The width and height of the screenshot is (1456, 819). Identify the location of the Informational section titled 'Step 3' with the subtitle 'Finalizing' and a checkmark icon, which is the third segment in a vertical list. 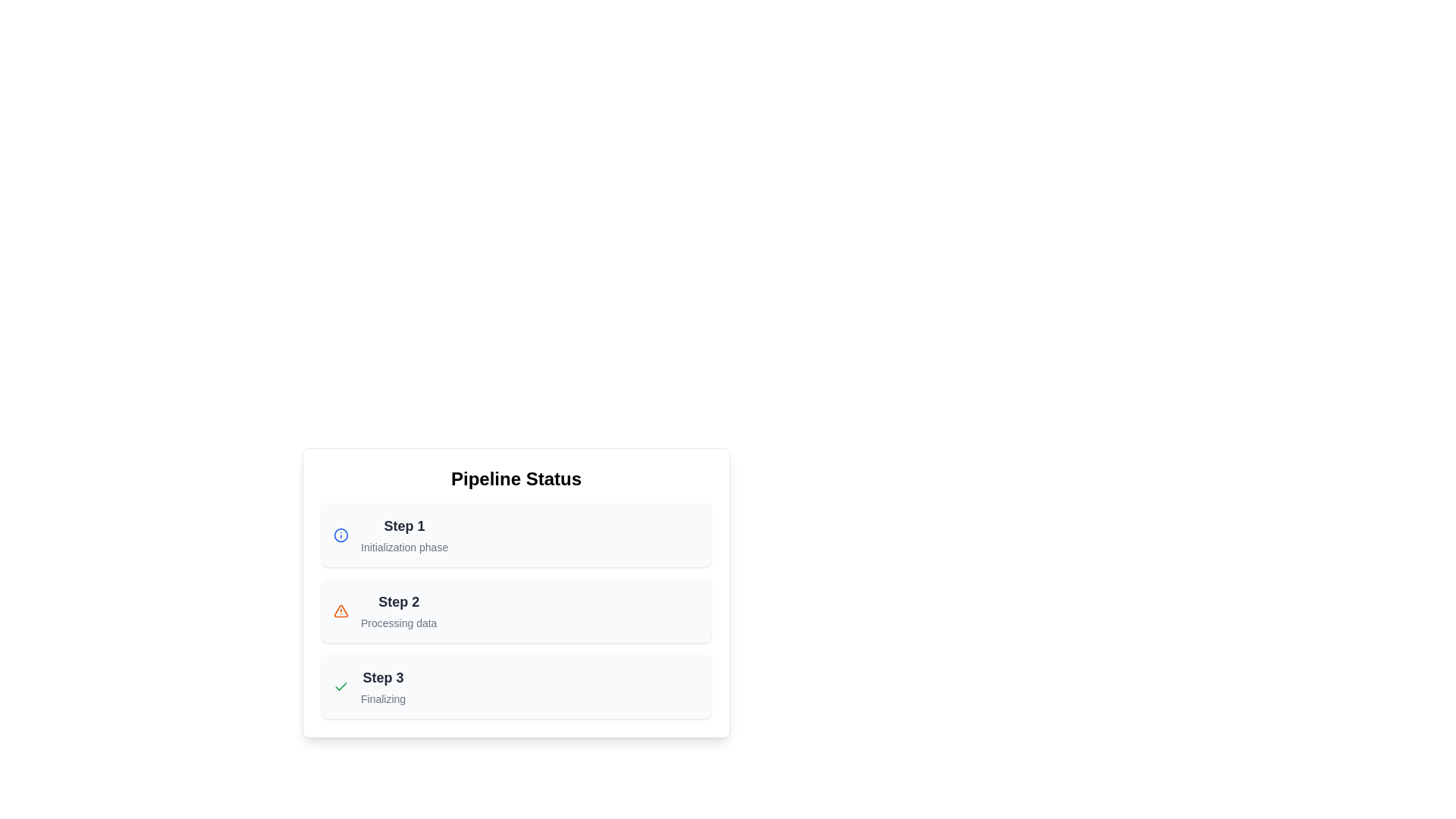
(516, 687).